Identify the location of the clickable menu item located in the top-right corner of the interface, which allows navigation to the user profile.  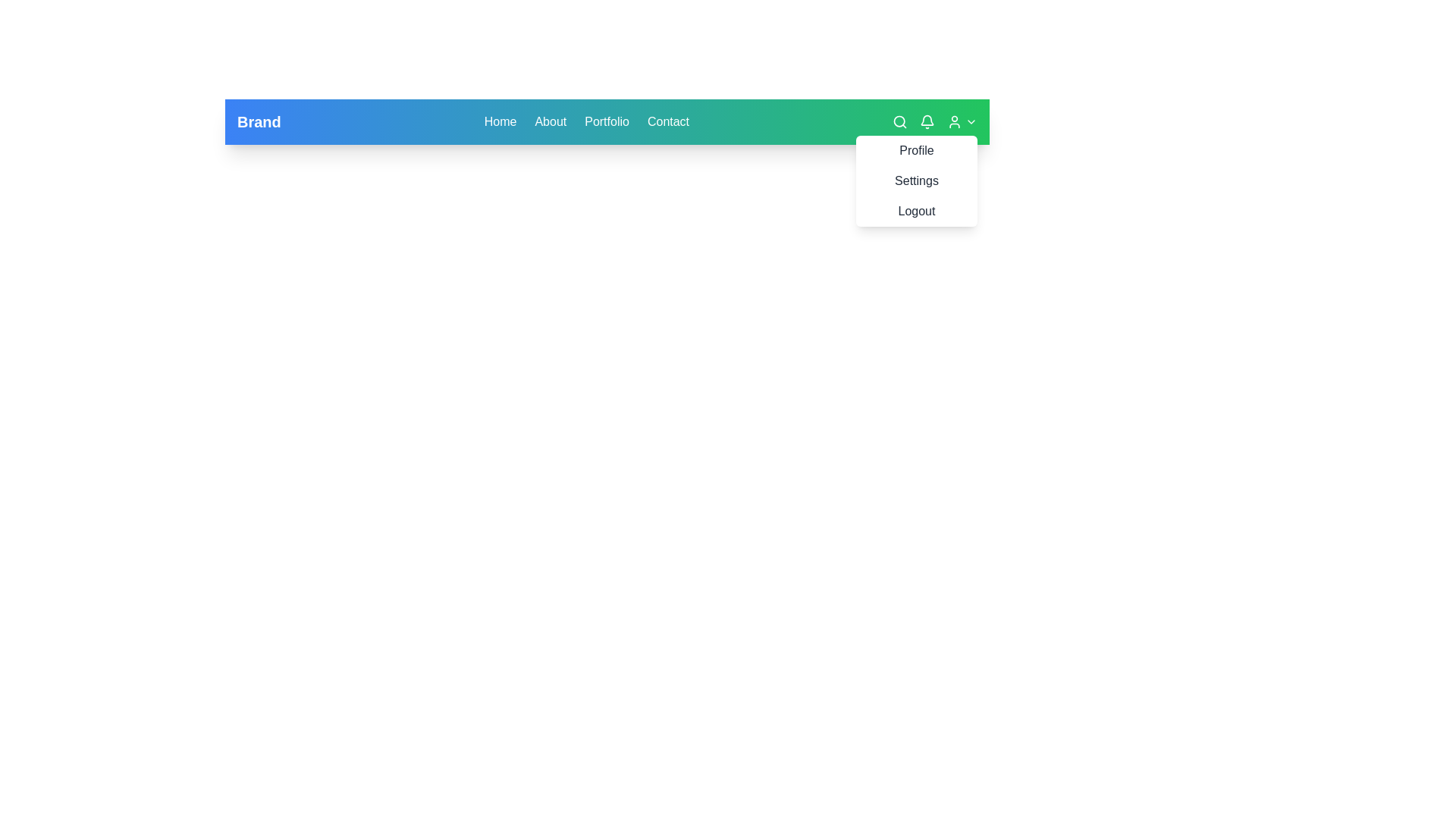
(916, 151).